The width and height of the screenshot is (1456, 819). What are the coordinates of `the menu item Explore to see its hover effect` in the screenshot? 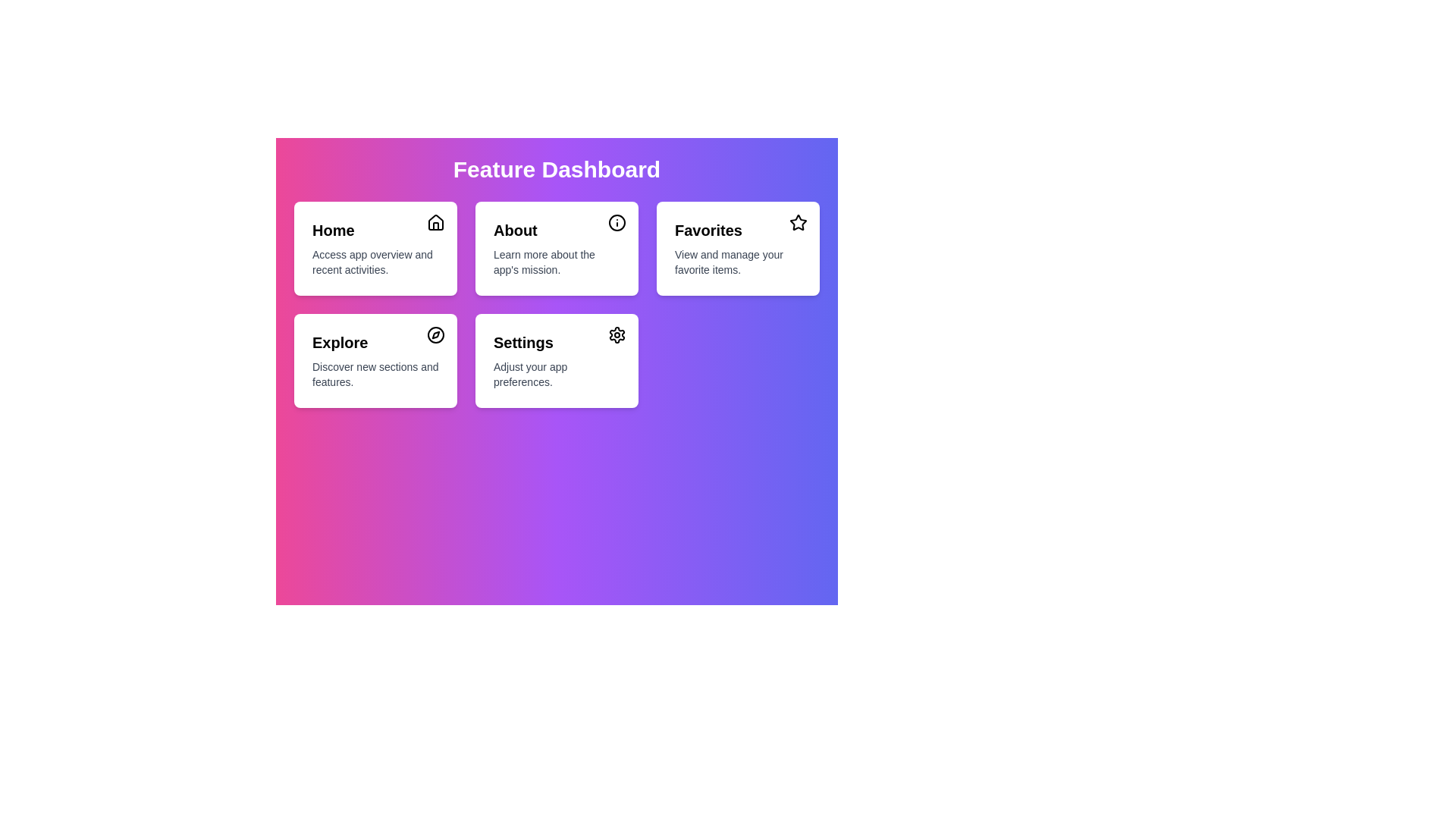 It's located at (375, 360).